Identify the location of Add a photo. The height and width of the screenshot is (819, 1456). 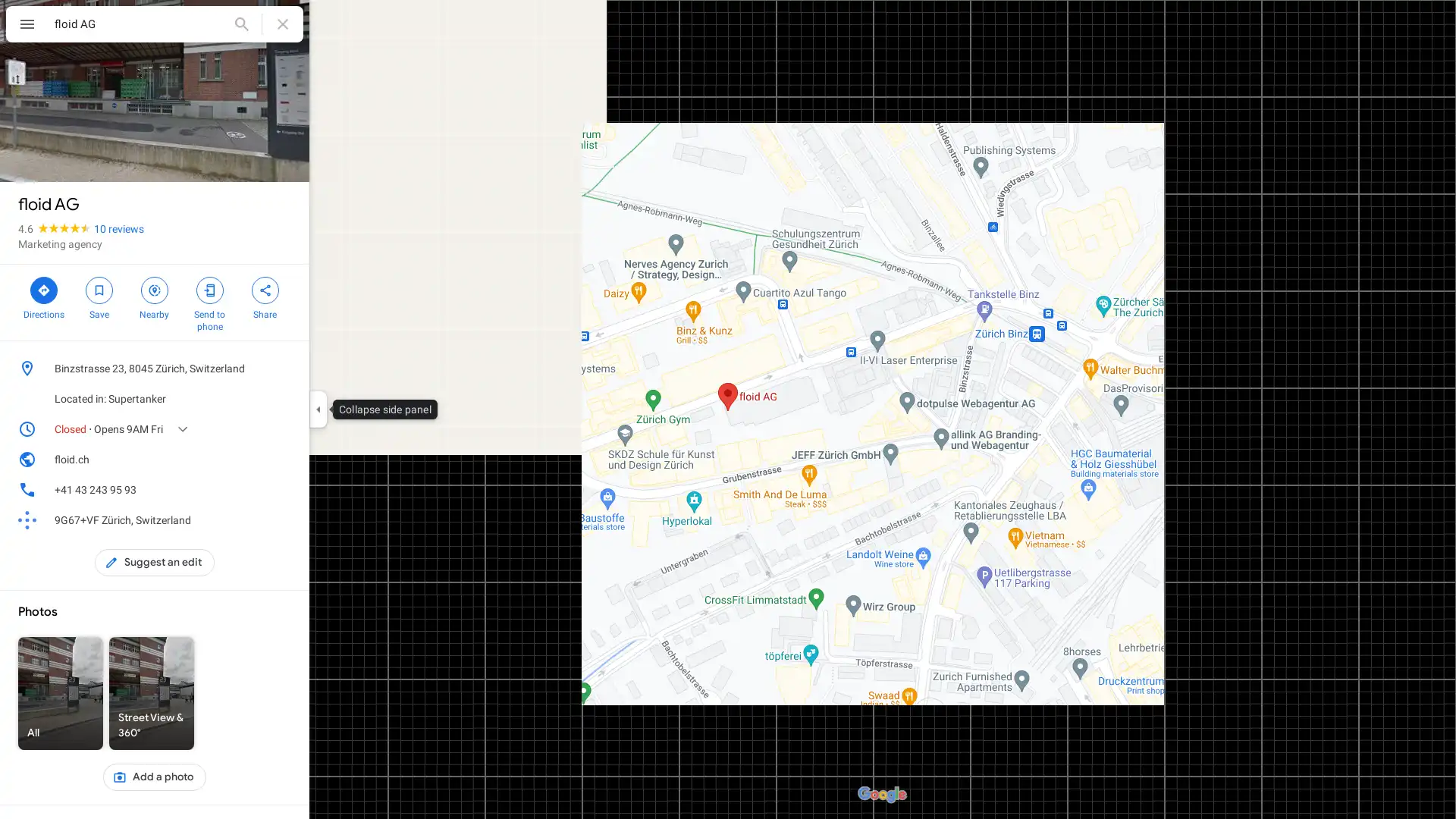
(154, 777).